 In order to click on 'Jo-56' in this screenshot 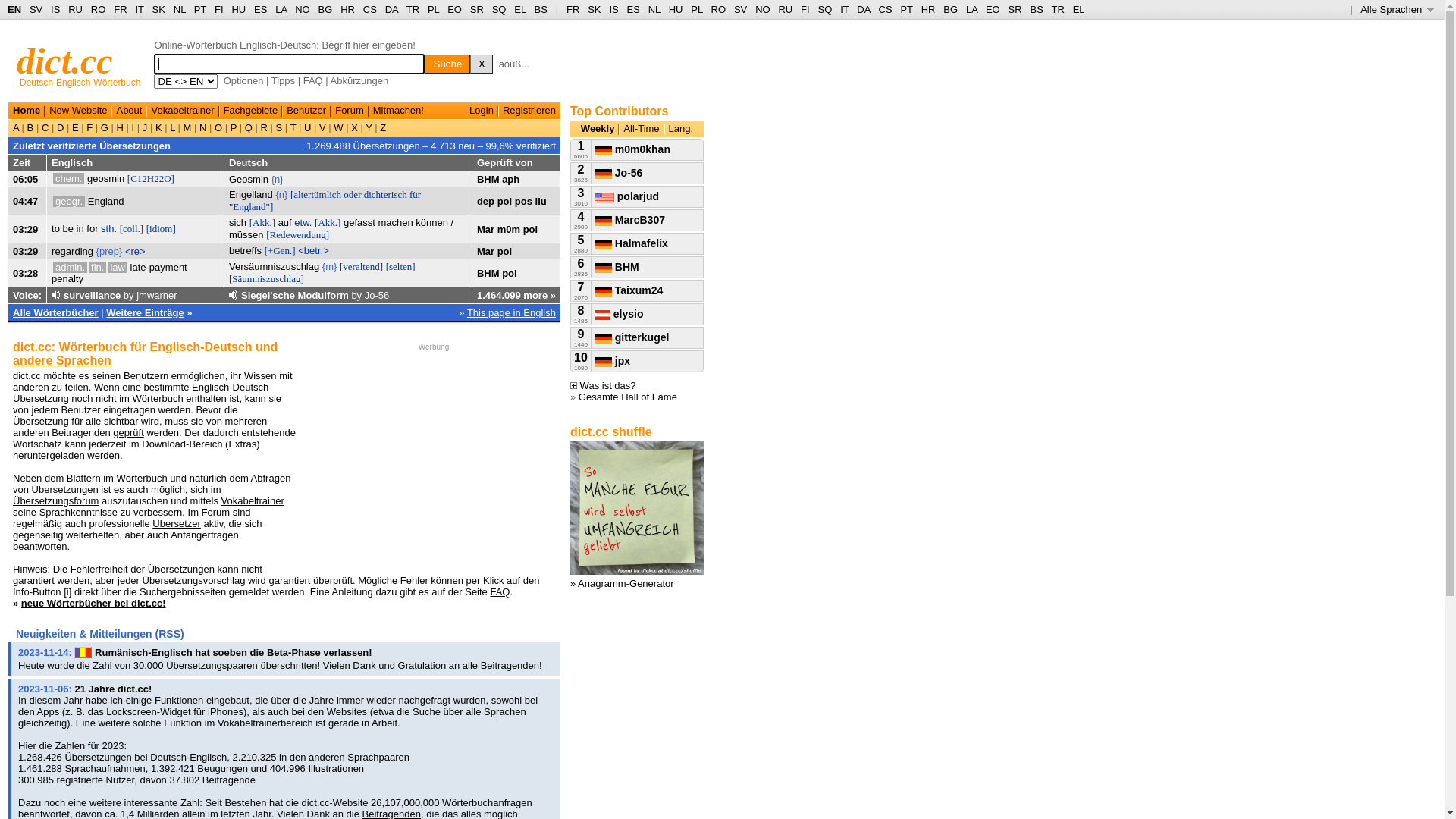, I will do `click(619, 171)`.